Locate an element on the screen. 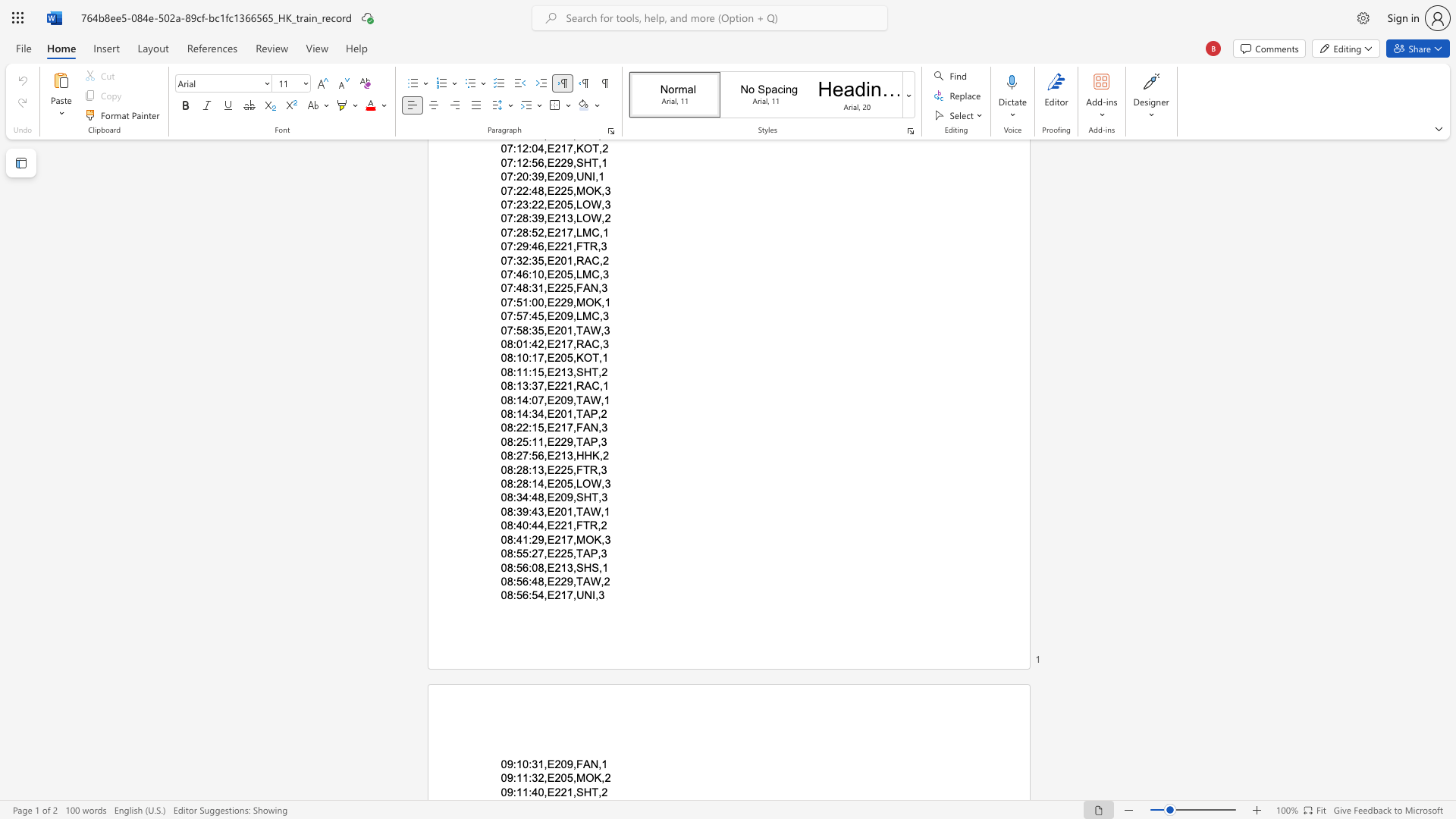 Image resolution: width=1456 pixels, height=819 pixels. the space between the continuous character "4" and "1" in the text is located at coordinates (522, 538).